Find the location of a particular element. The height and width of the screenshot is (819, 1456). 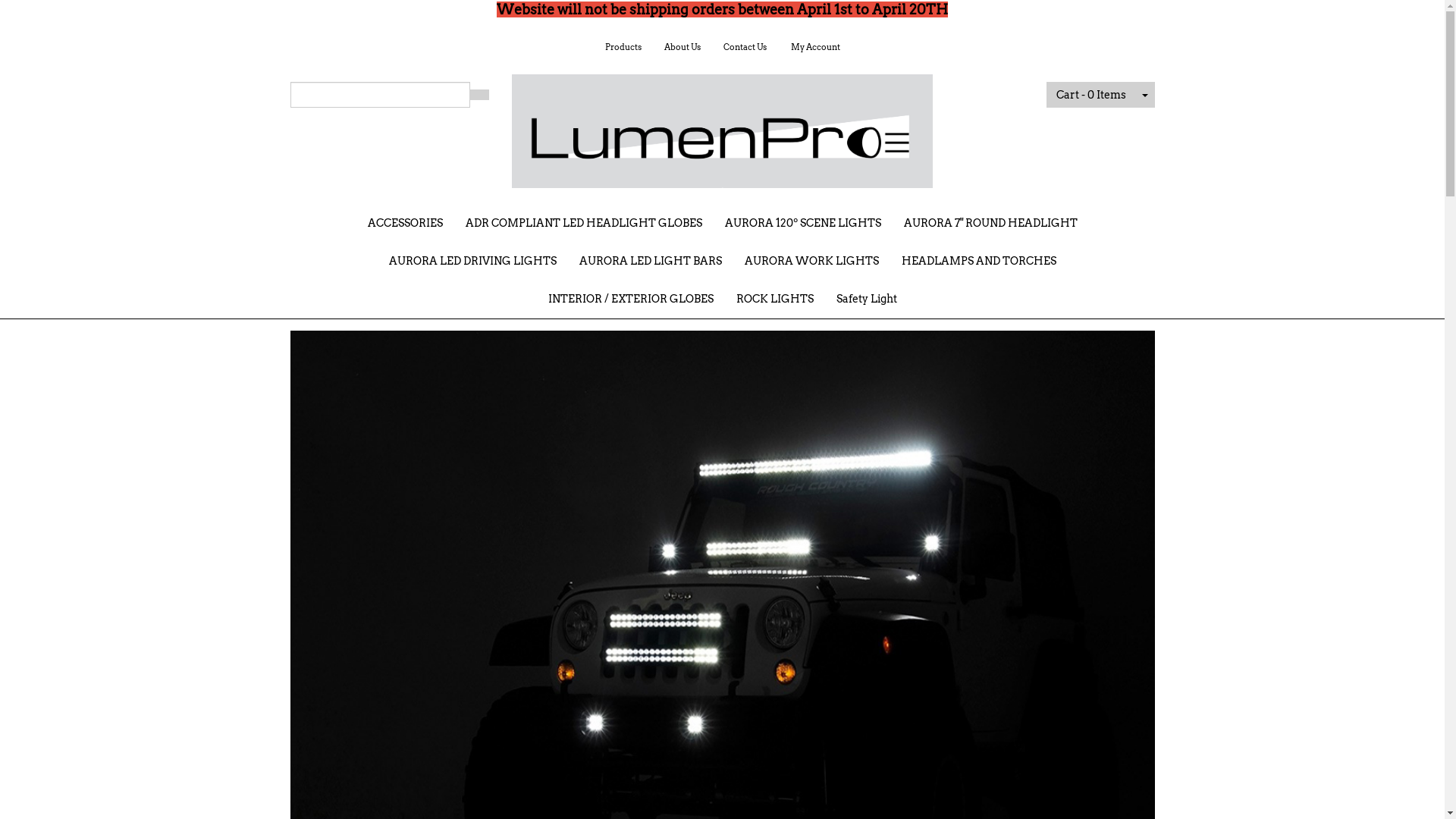

'My Account' is located at coordinates (814, 45).